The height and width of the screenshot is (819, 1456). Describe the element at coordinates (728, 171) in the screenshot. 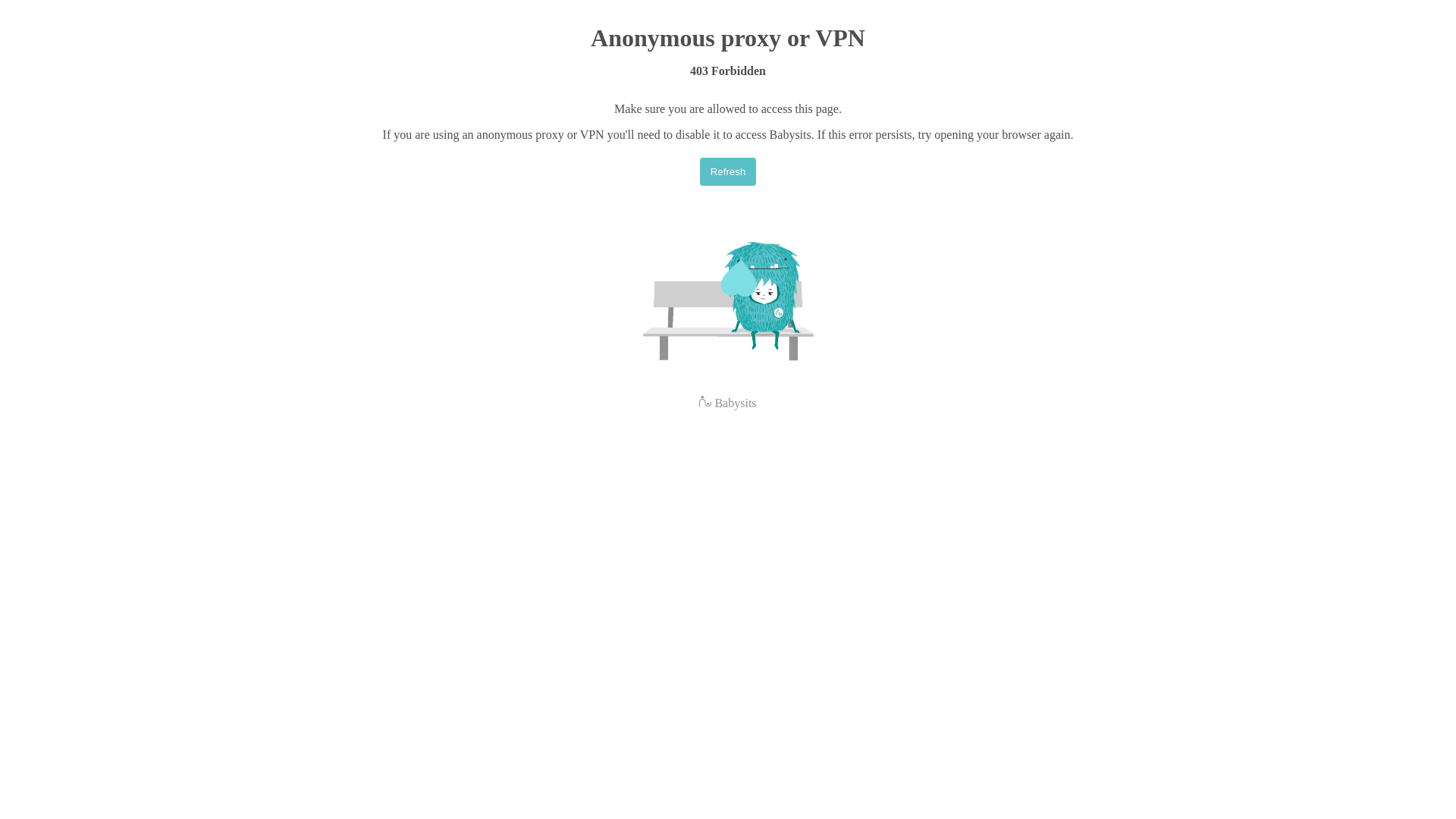

I see `'Refresh'` at that location.